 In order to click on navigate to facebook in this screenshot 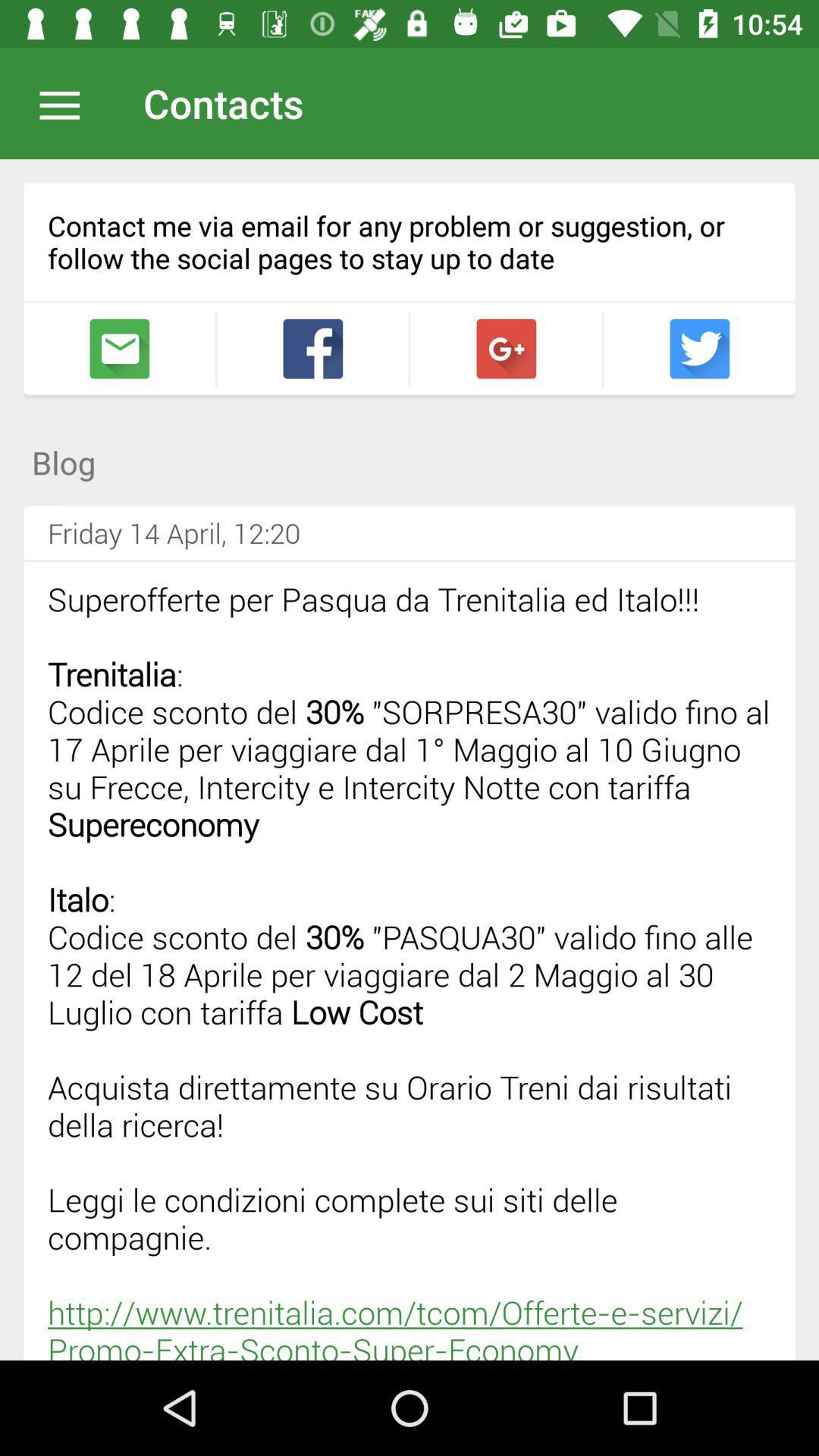, I will do `click(312, 348)`.